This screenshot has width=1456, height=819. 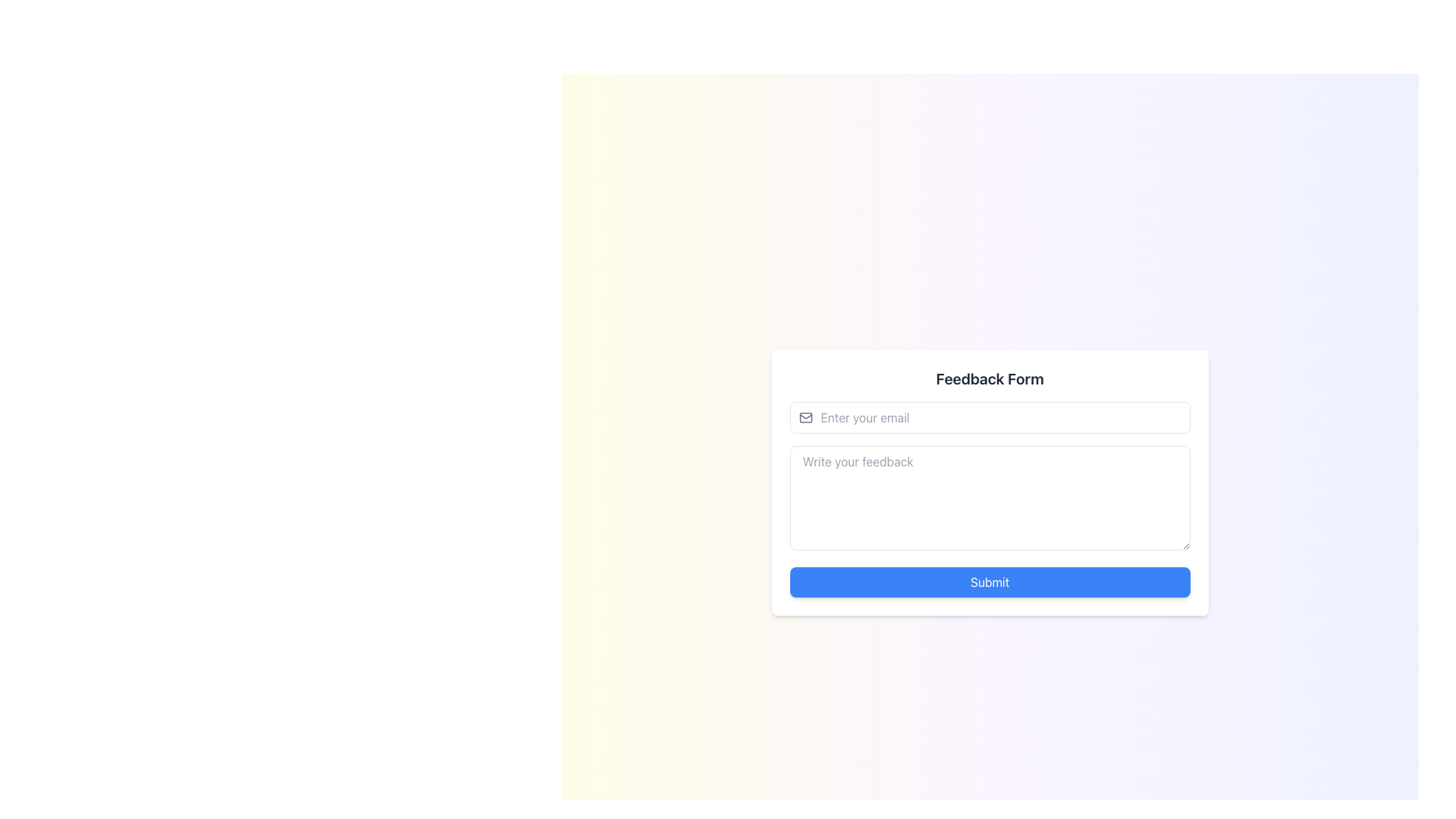 What do you see at coordinates (805, 418) in the screenshot?
I see `the email icon, which visually indicates the purpose of the adjacent input field for entering email addresses, positioned slightly above and to the left of the email input box` at bounding box center [805, 418].